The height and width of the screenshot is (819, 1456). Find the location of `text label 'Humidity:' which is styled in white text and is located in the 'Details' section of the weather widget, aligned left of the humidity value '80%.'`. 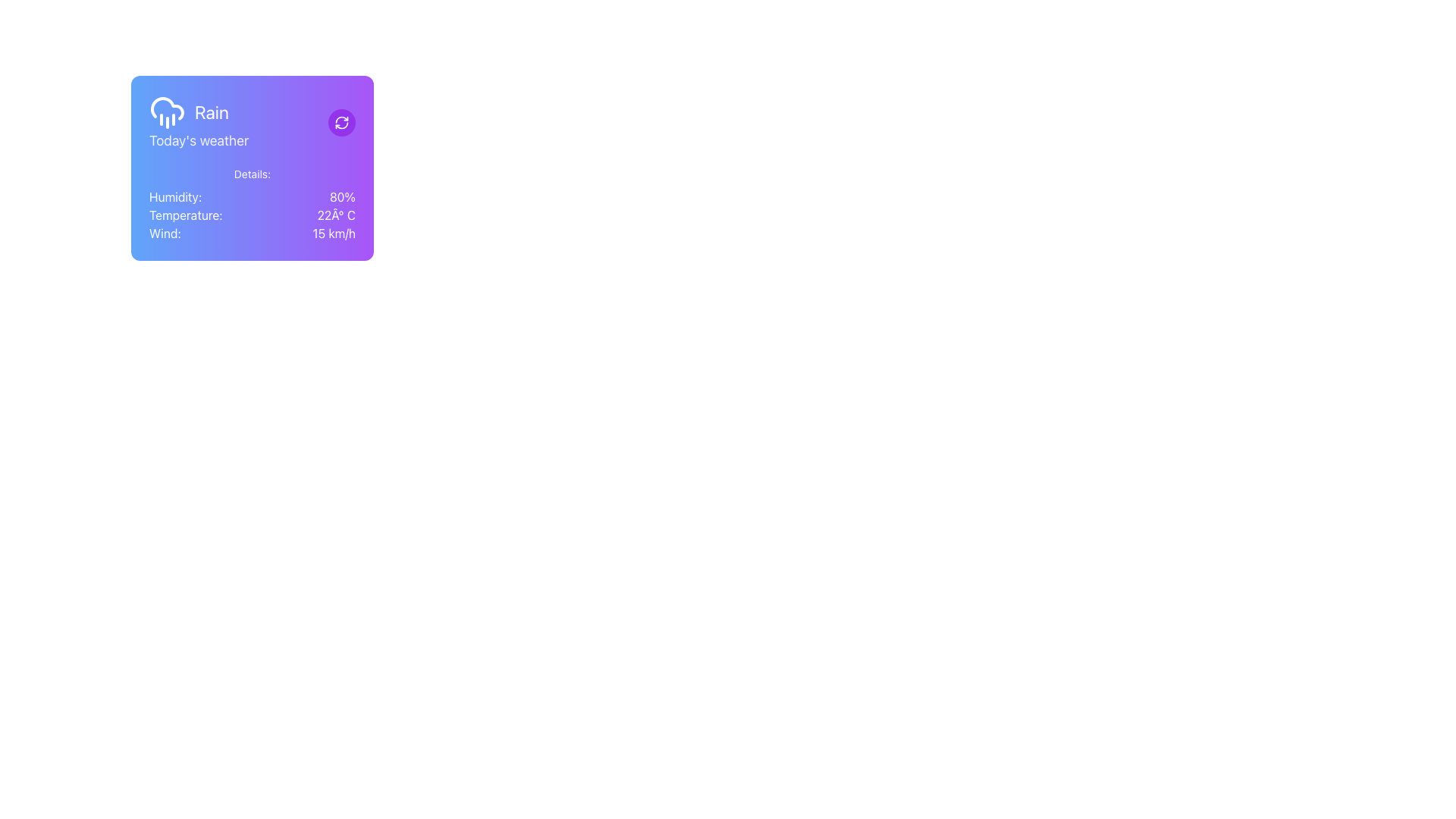

text label 'Humidity:' which is styled in white text and is located in the 'Details' section of the weather widget, aligned left of the humidity value '80%.' is located at coordinates (175, 196).